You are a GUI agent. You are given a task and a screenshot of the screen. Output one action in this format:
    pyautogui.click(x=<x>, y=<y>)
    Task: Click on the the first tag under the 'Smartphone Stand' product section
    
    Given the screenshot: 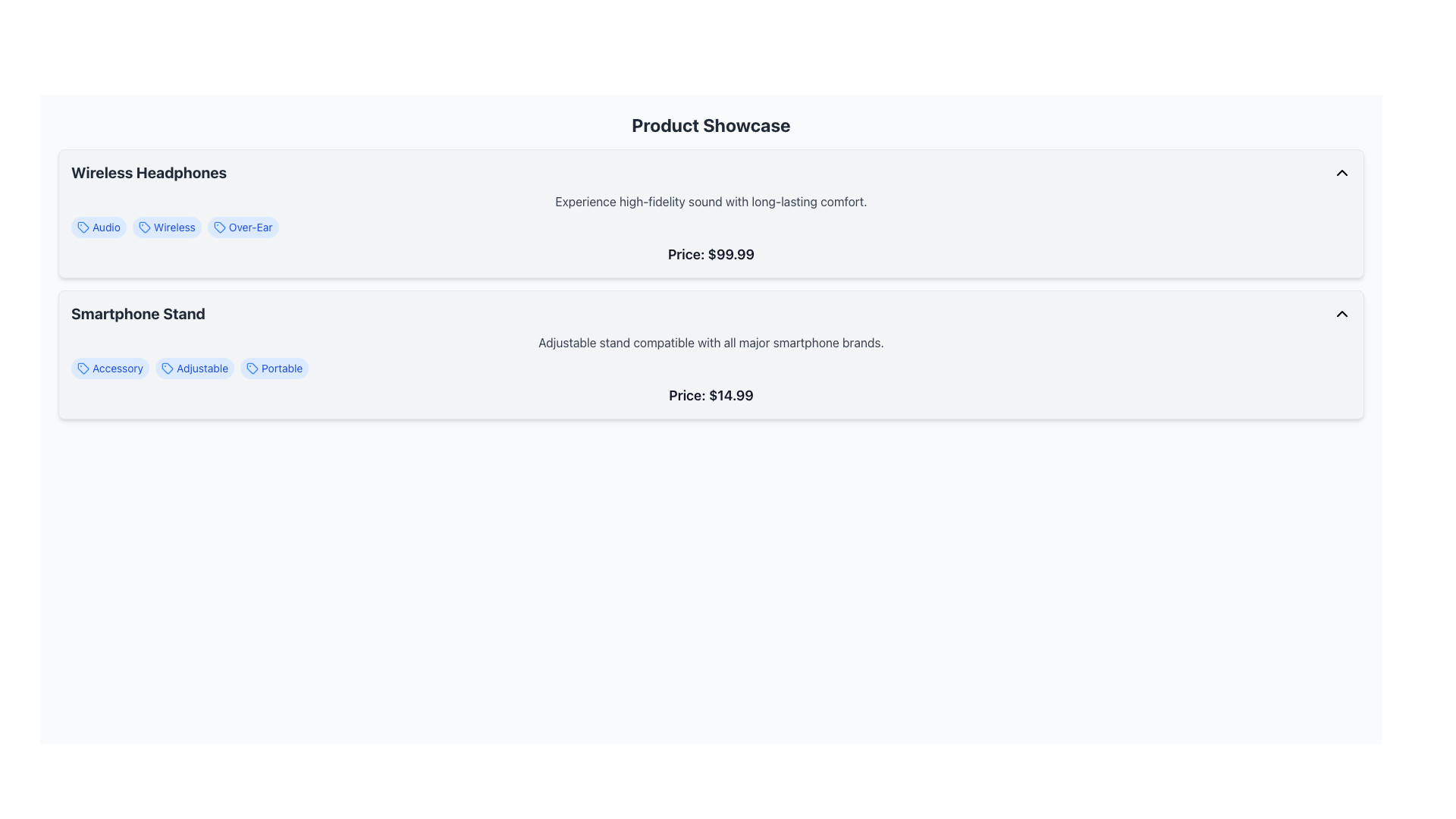 What is the action you would take?
    pyautogui.click(x=109, y=369)
    